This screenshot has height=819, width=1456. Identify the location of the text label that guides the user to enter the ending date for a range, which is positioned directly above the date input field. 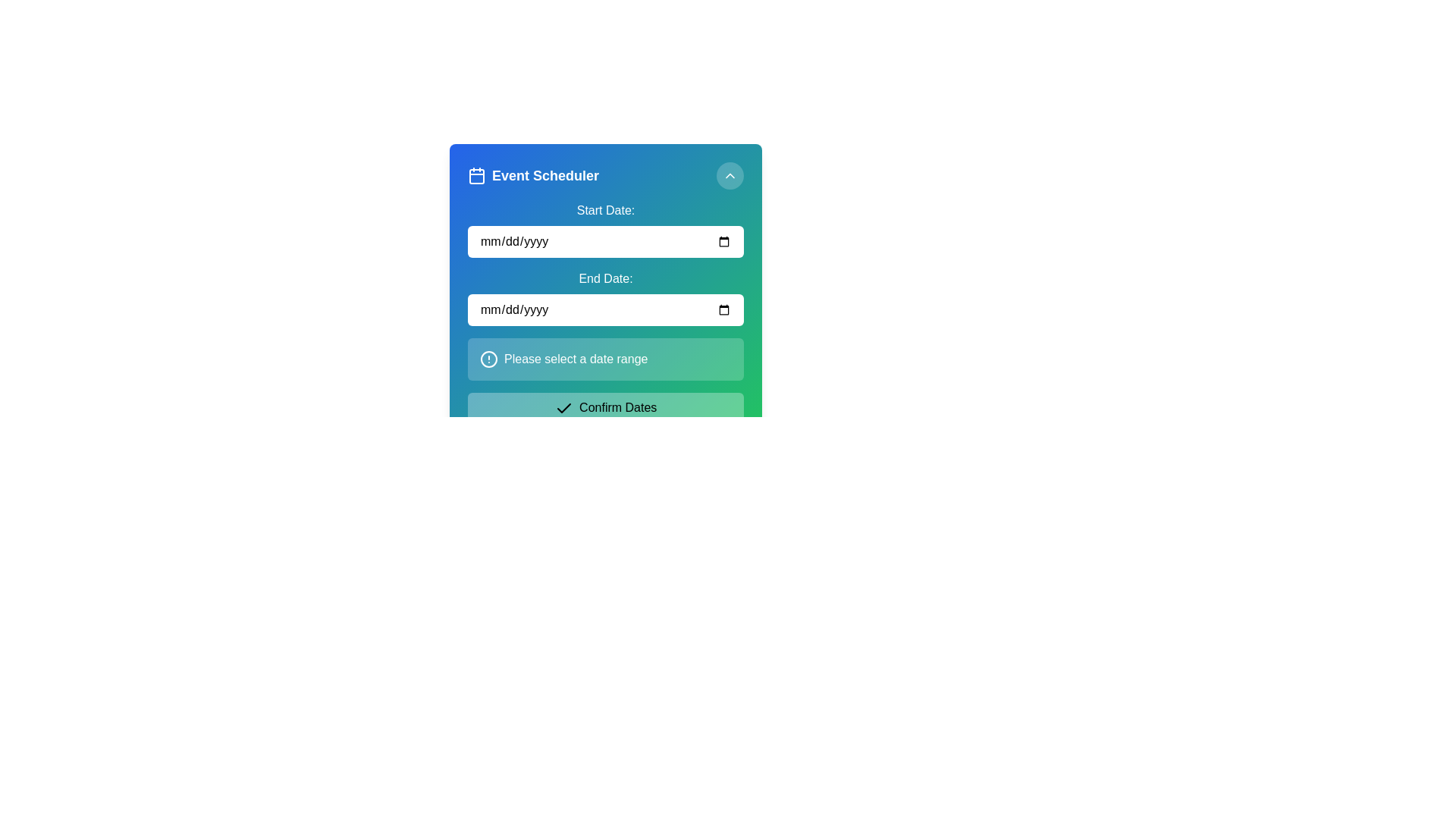
(604, 278).